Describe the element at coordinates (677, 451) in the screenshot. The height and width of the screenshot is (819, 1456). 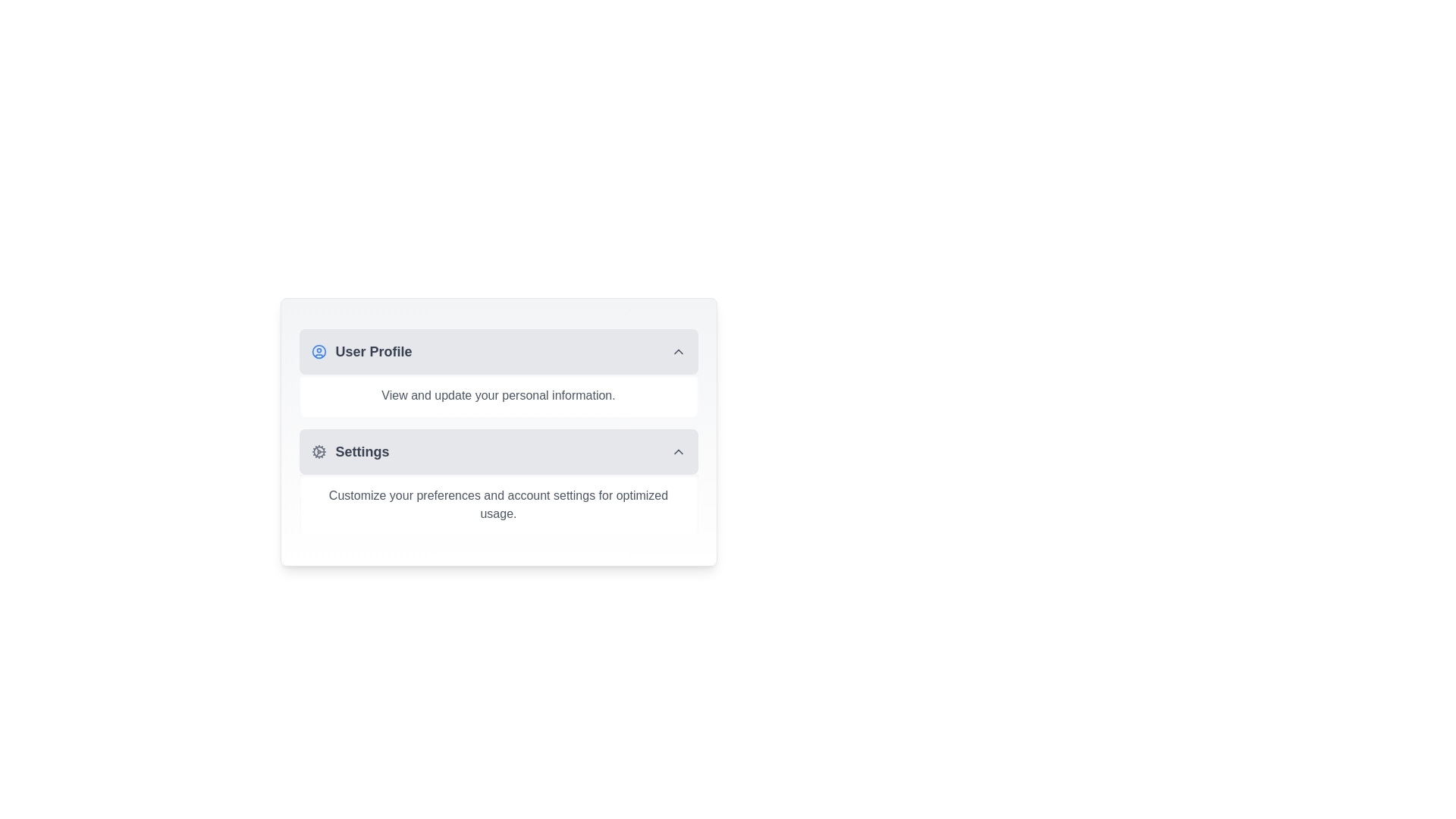
I see `the chevron icon located within the 'Settings' section` at that location.